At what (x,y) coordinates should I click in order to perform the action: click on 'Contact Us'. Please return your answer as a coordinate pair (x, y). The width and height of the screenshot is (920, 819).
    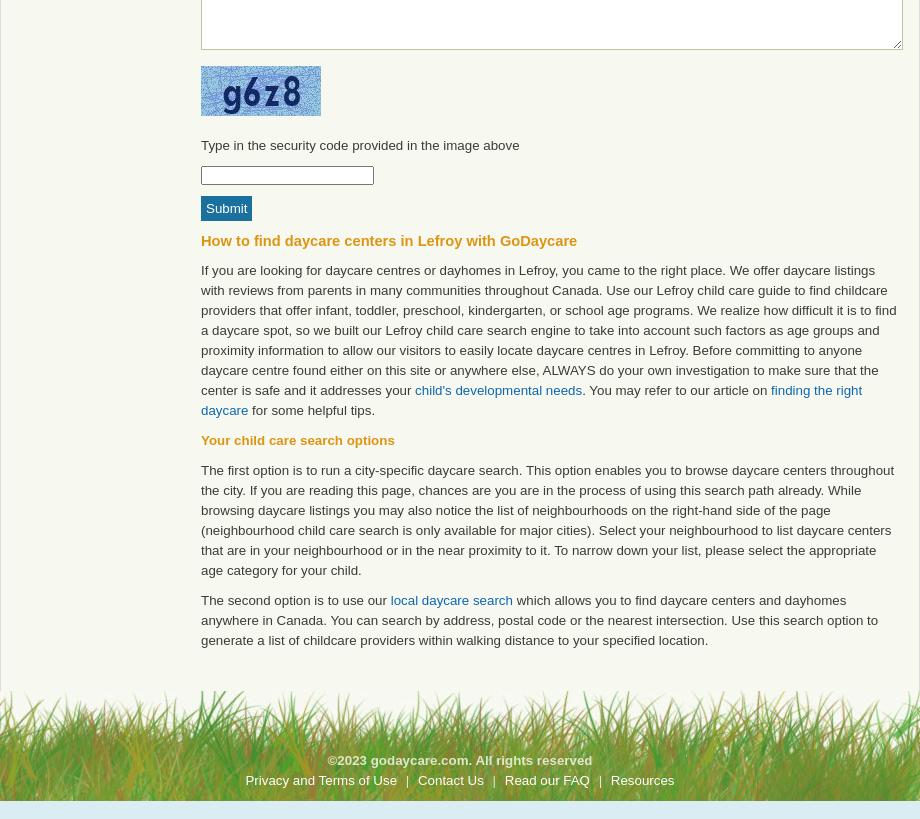
    Looking at the image, I should click on (448, 780).